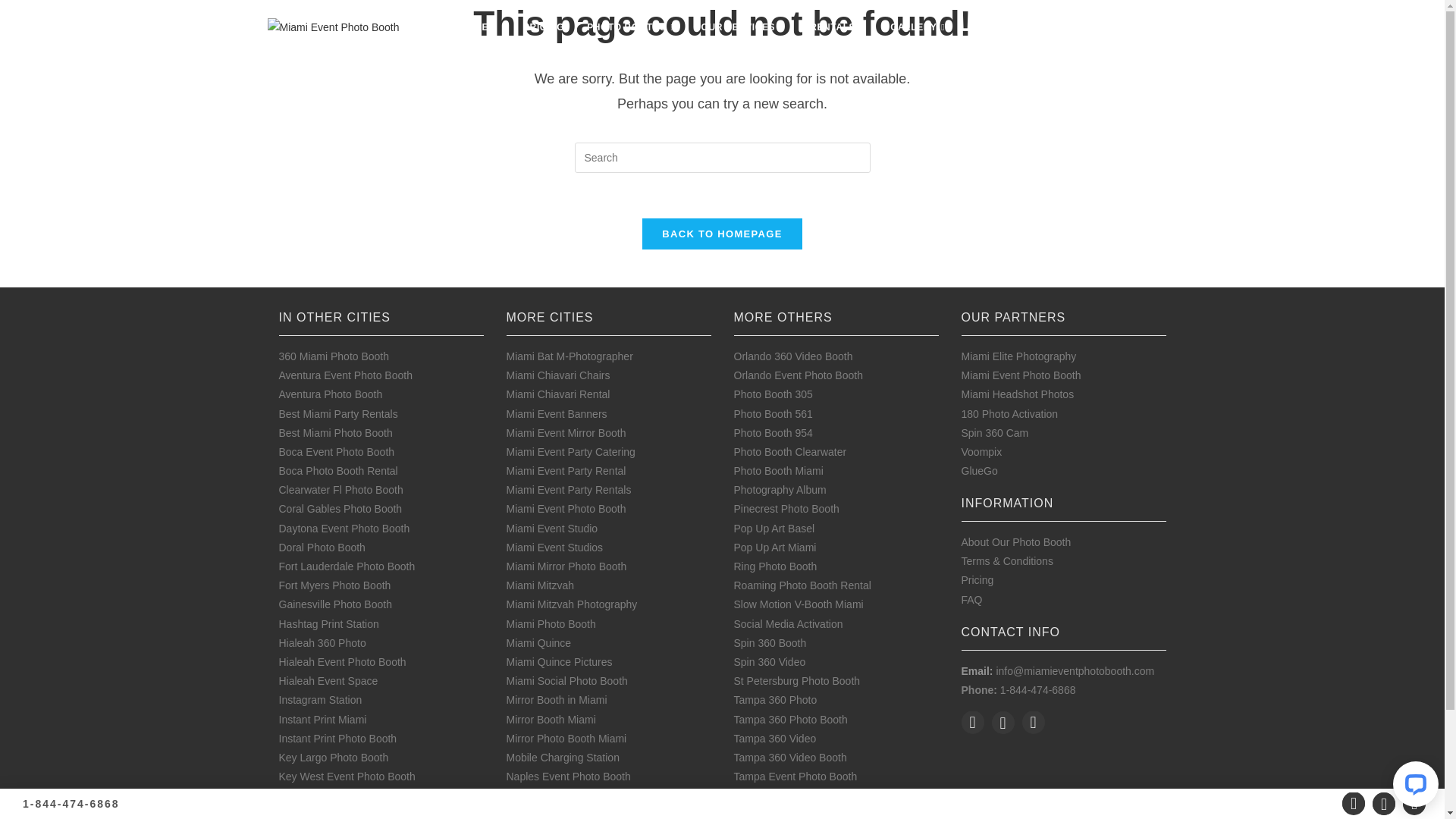 Image resolution: width=1456 pixels, height=819 pixels. Describe the element at coordinates (322, 643) in the screenshot. I see `'Hialeah 360 Photo'` at that location.